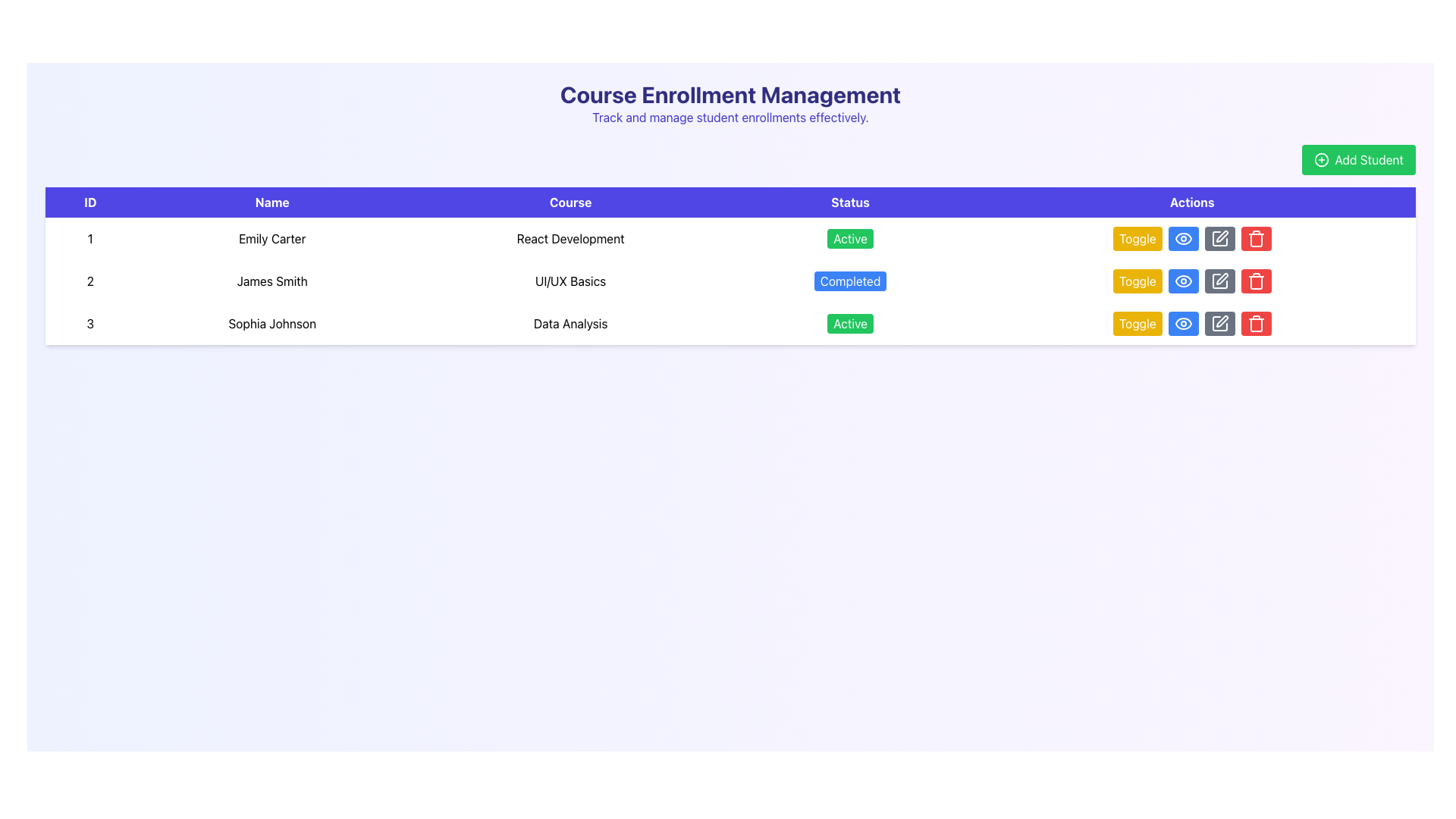 This screenshot has height=819, width=1456. I want to click on the 'Actions' column header, which is the last of five headers in the table, located at the far right of the row, so click(1191, 201).